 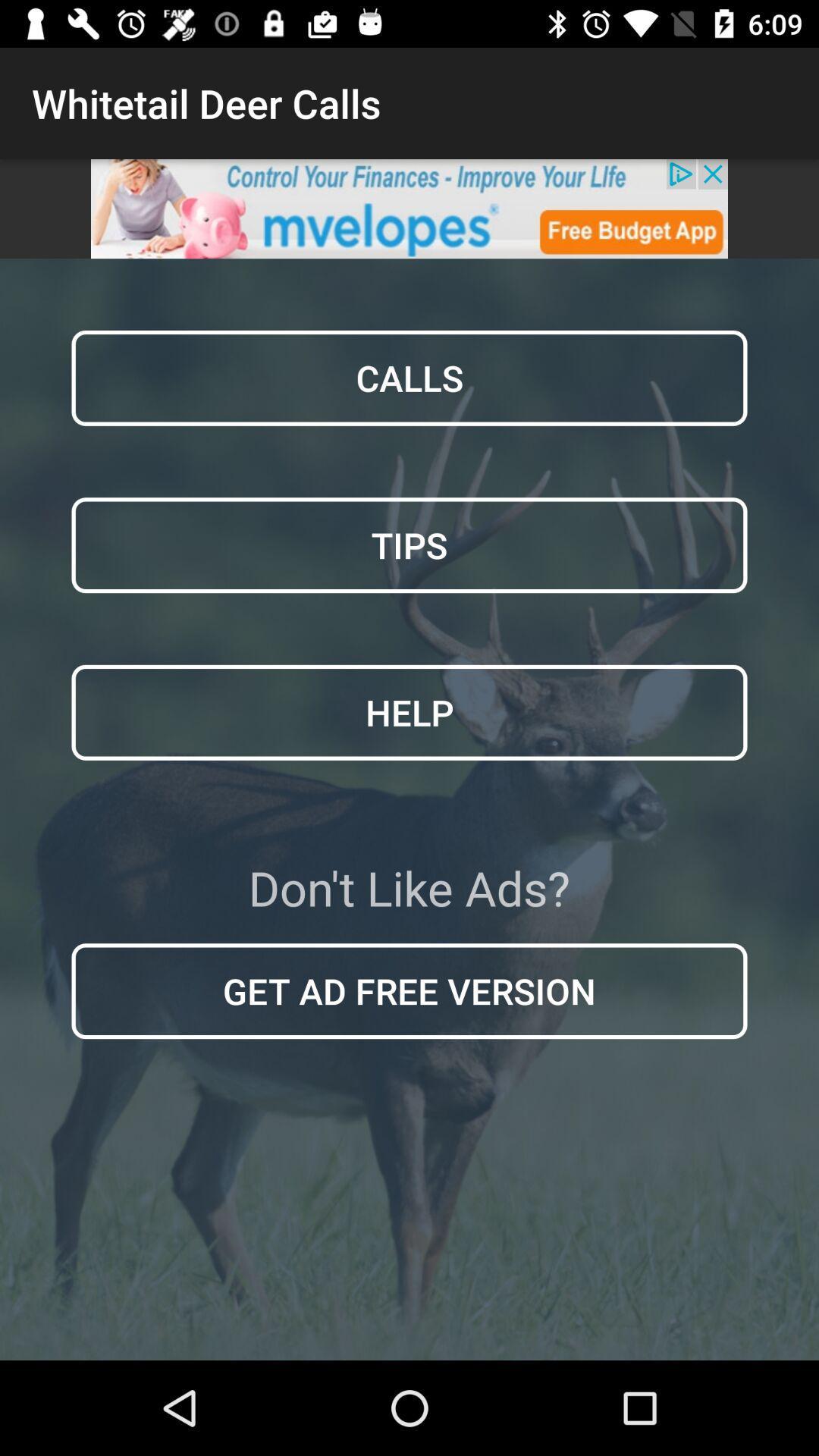 I want to click on click advertisement, so click(x=409, y=208).